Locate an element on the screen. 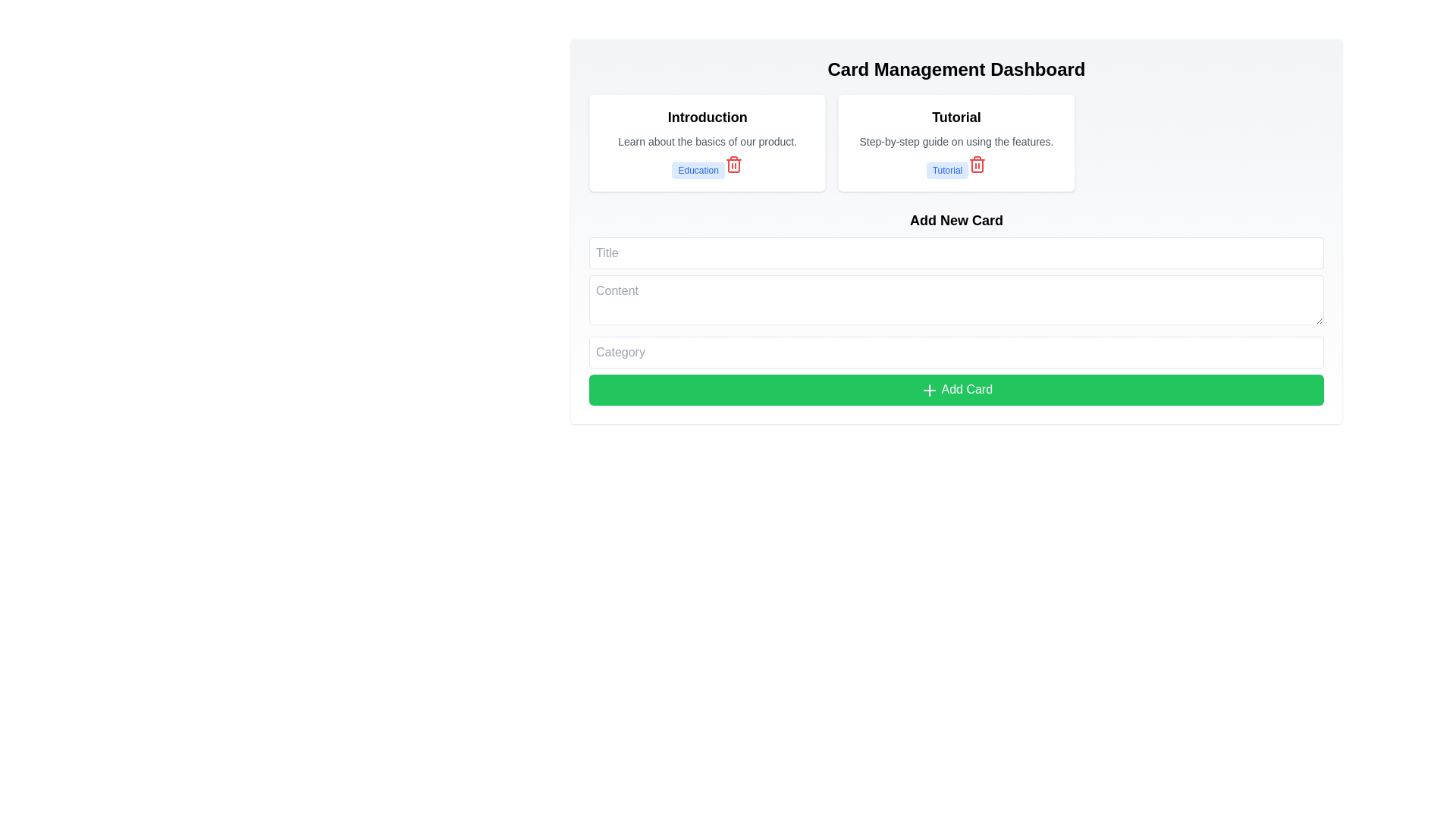  the text element styled in a smaller gray font that reads 'Learn about the basics of our product', positioned beneath the 'Introduction' heading and above the 'Education' tag is located at coordinates (707, 141).